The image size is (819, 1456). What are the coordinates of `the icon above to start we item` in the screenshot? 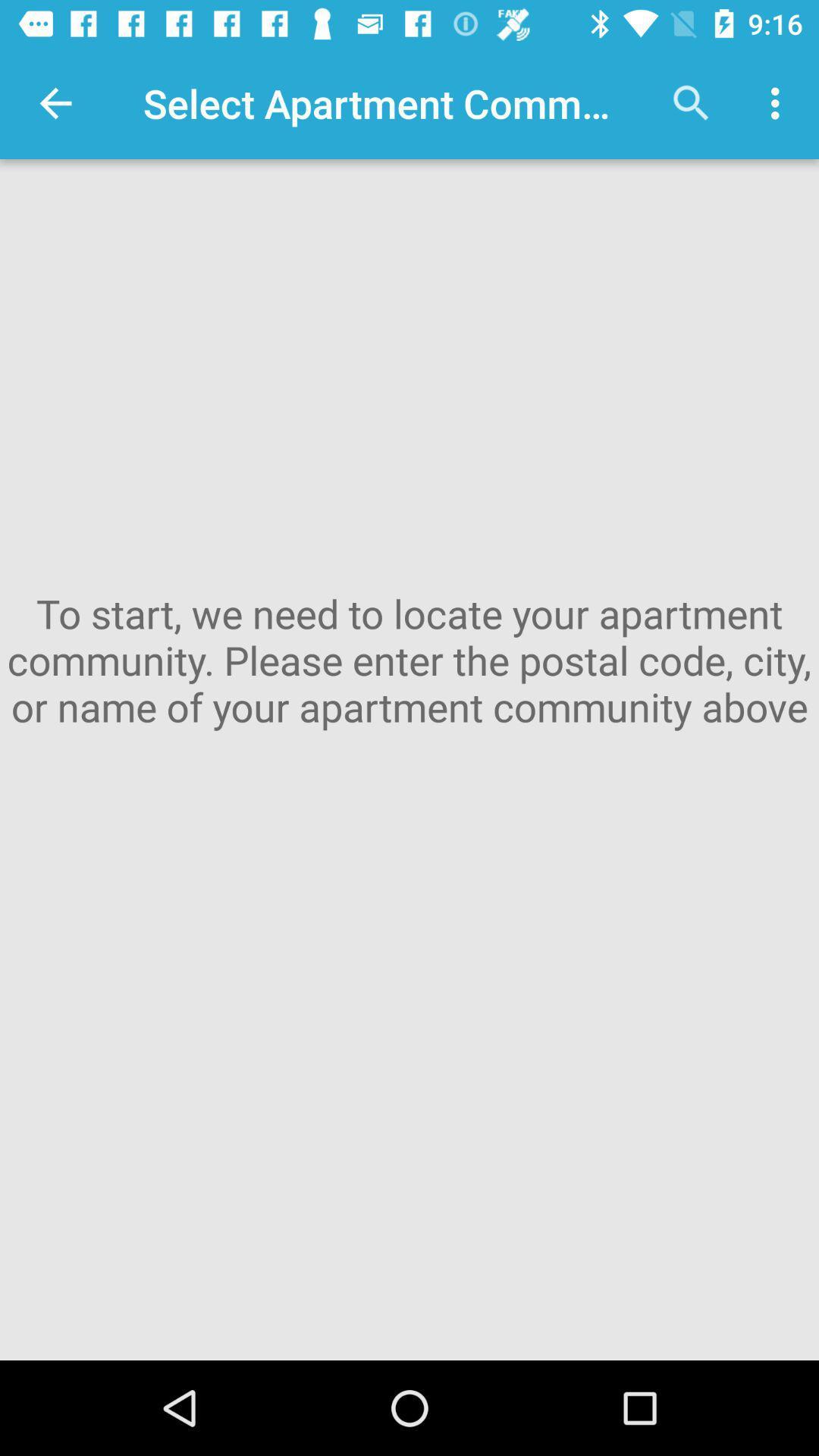 It's located at (779, 102).